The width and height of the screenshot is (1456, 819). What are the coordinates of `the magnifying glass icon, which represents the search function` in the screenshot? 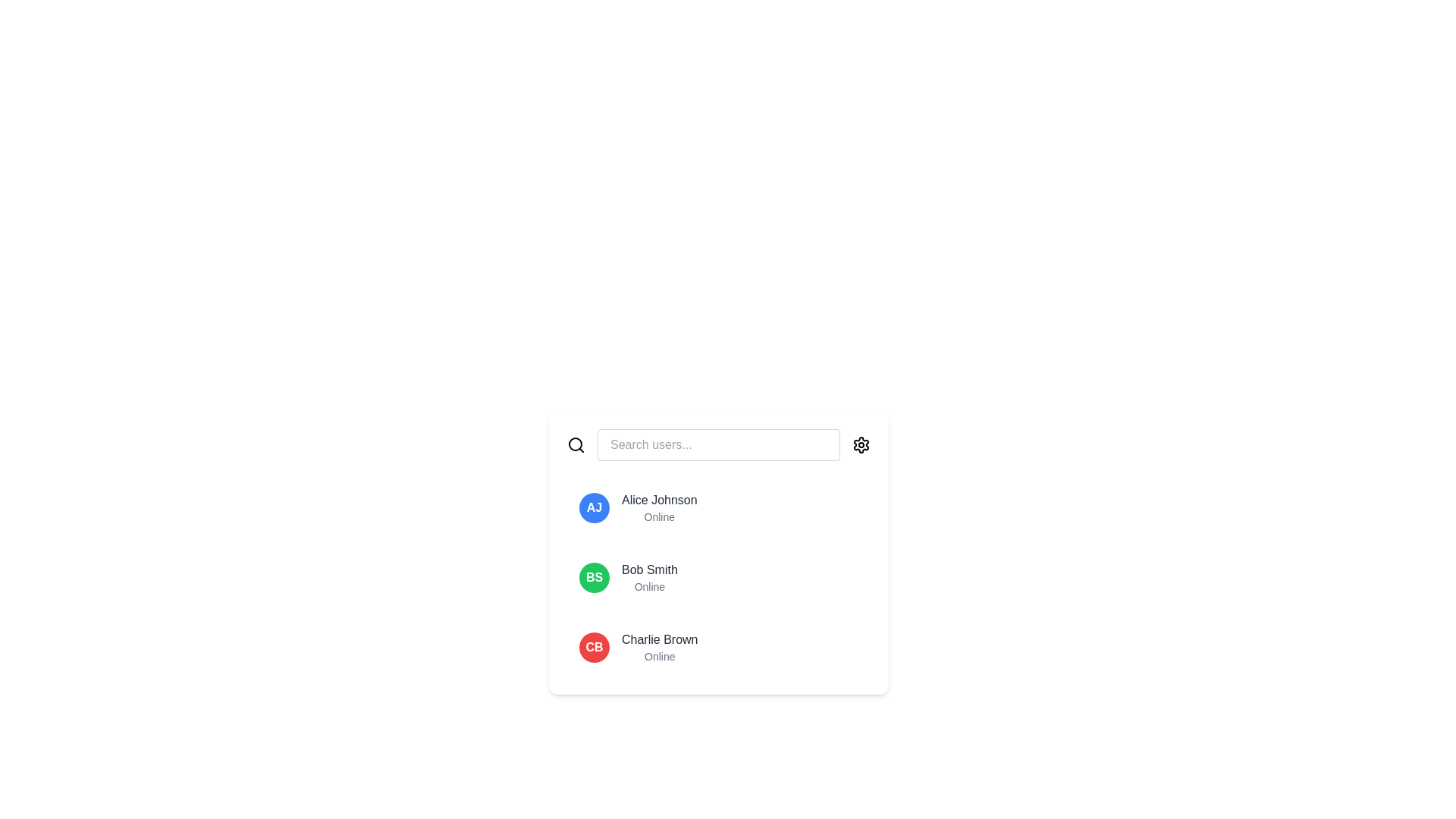 It's located at (575, 444).